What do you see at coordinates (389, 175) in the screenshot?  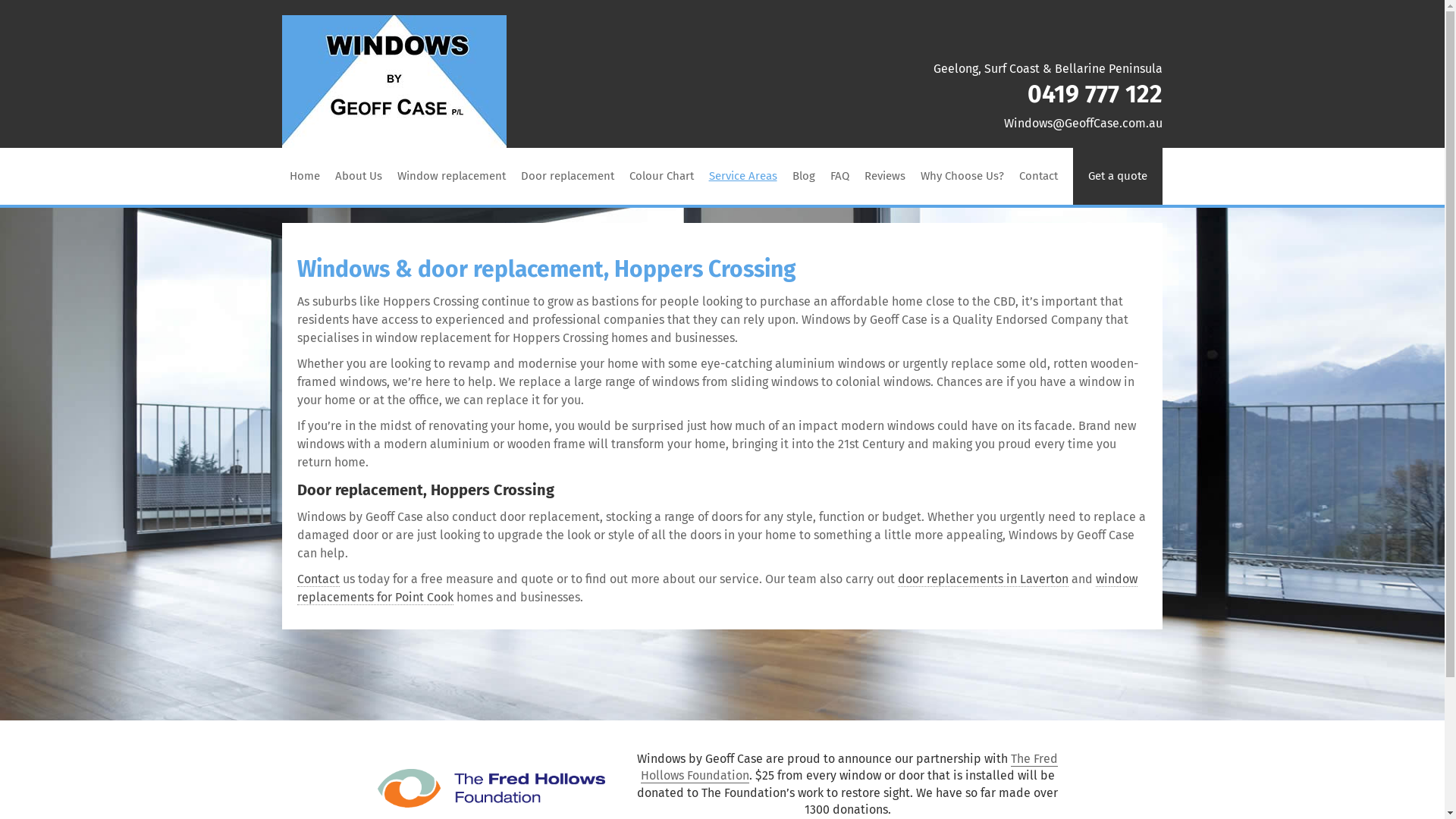 I see `'Window replacement'` at bounding box center [389, 175].